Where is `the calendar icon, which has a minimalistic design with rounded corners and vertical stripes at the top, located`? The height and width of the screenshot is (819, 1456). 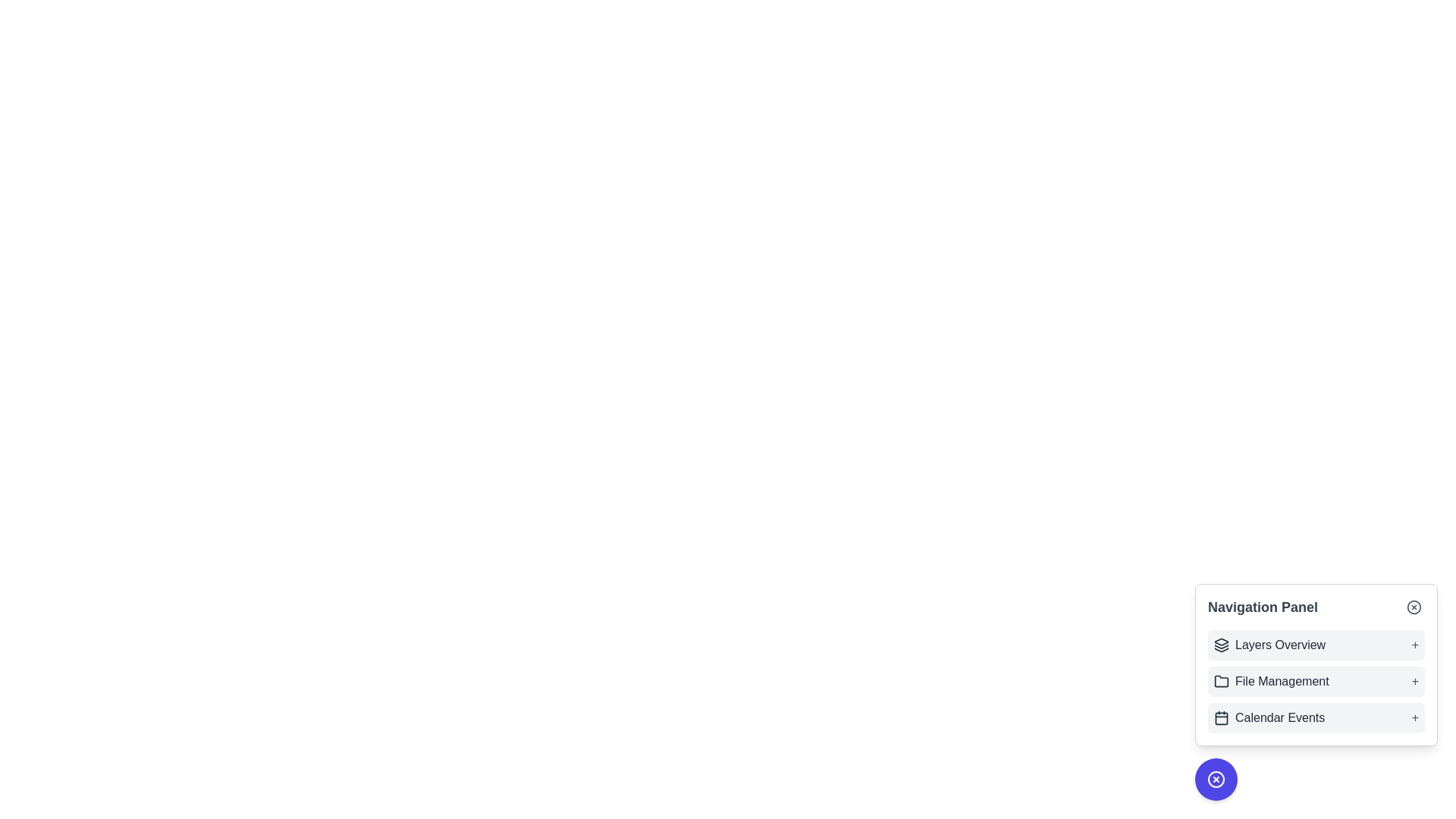 the calendar icon, which has a minimalistic design with rounded corners and vertical stripes at the top, located is located at coordinates (1222, 717).